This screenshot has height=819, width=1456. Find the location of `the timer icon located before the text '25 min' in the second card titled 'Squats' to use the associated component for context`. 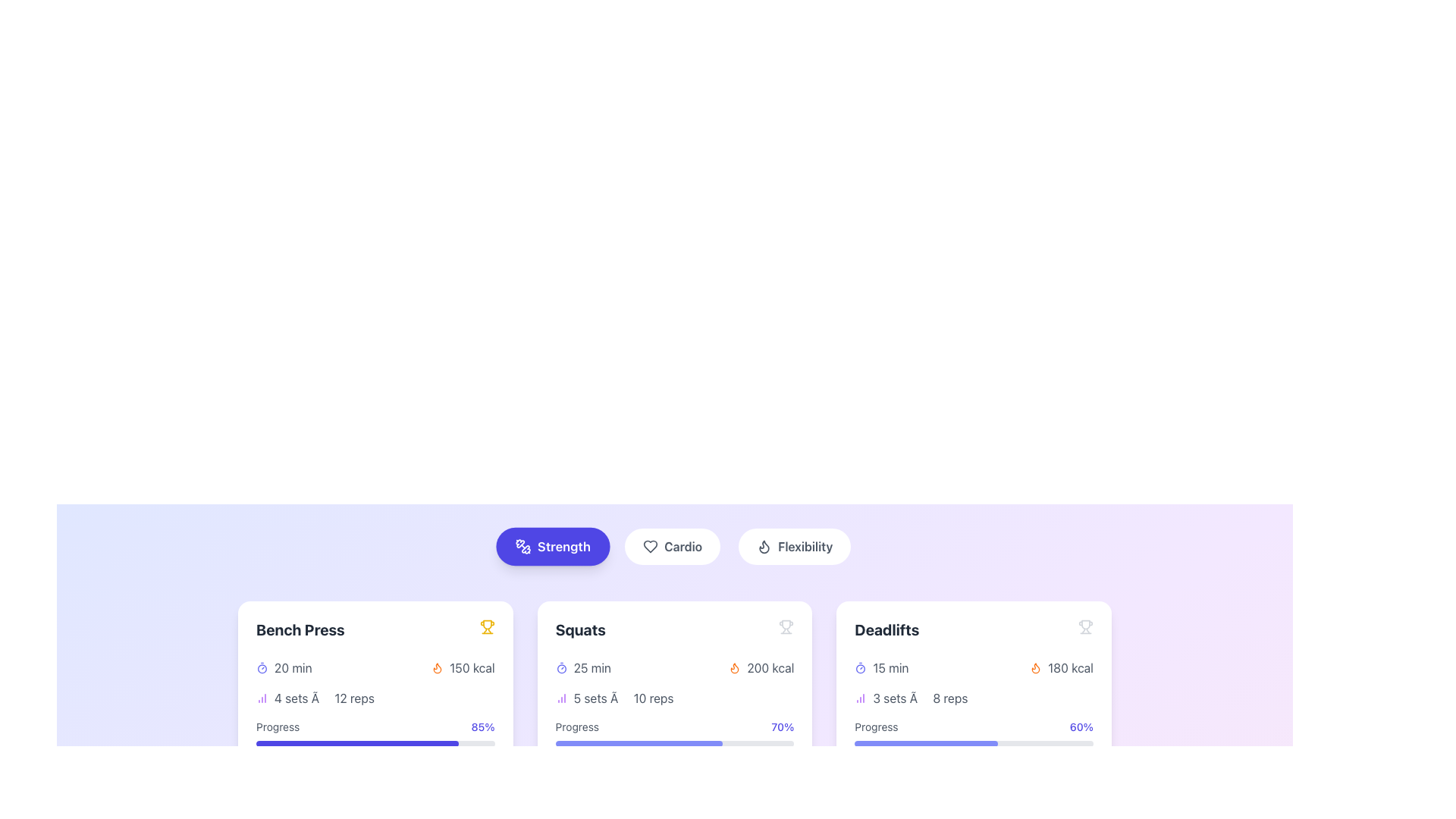

the timer icon located before the text '25 min' in the second card titled 'Squats' to use the associated component for context is located at coordinates (560, 667).